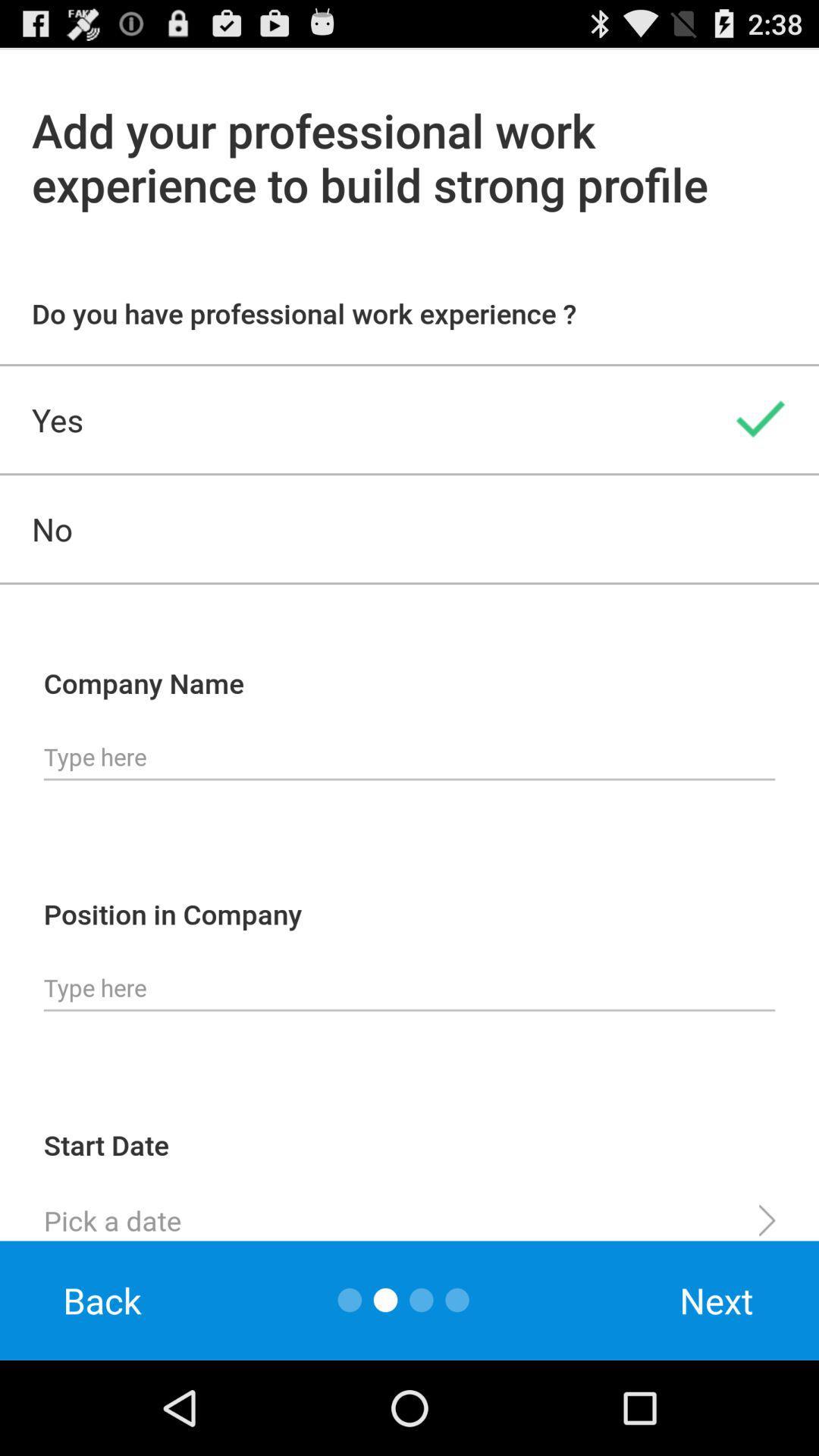 Image resolution: width=819 pixels, height=1456 pixels. What do you see at coordinates (409, 757) in the screenshot?
I see `fill out company name` at bounding box center [409, 757].